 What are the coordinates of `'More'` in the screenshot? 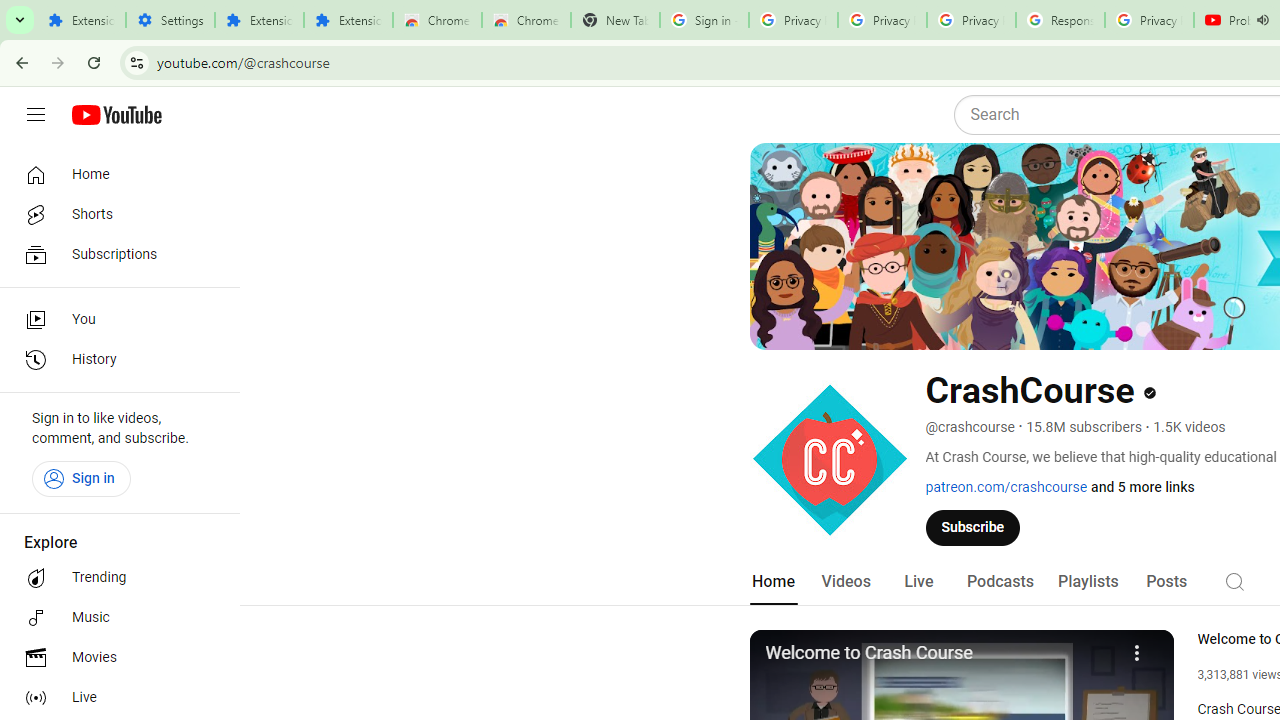 It's located at (1137, 650).